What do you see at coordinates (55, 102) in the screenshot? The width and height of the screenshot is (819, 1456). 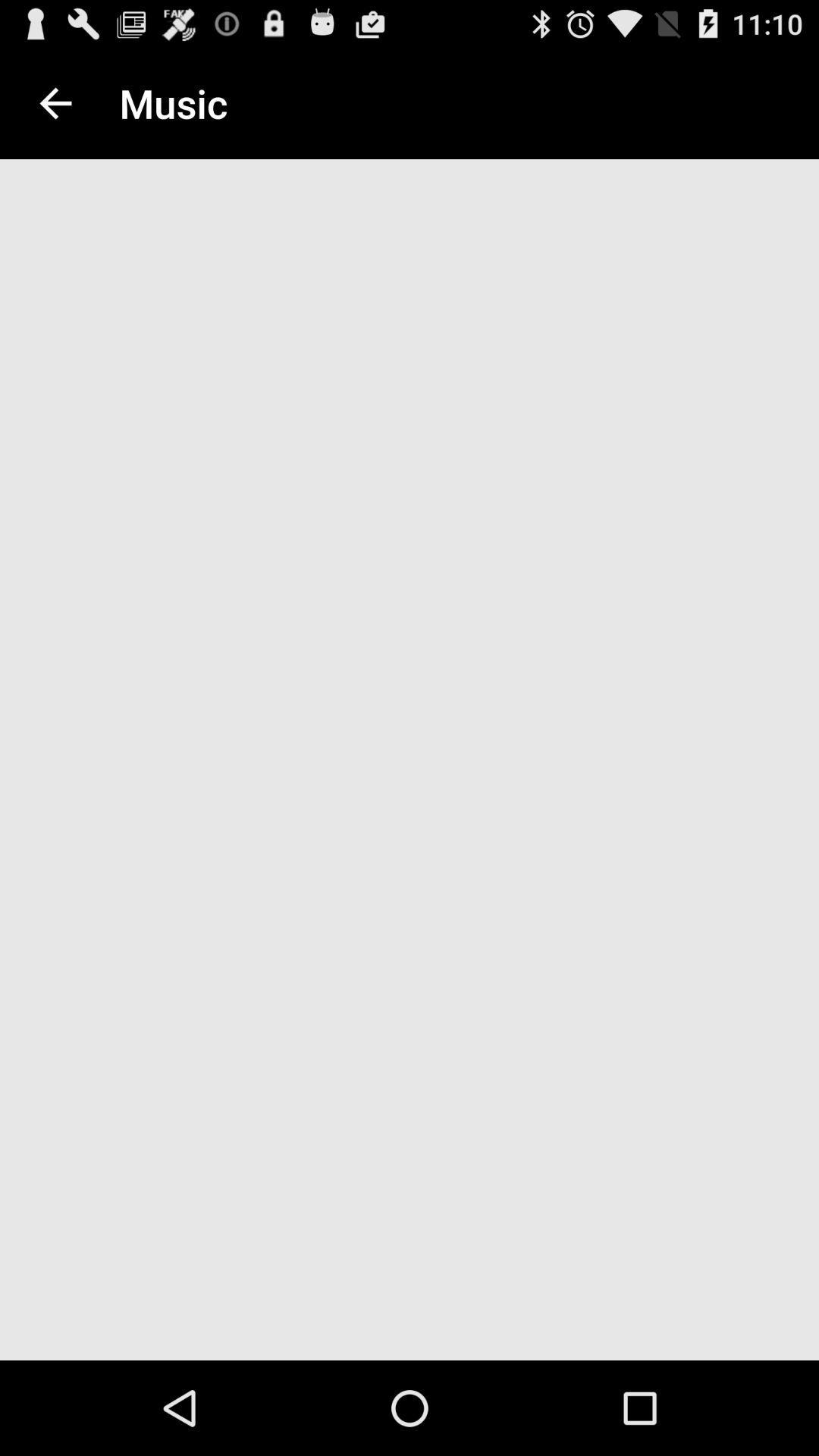 I see `app to the left of the music` at bounding box center [55, 102].